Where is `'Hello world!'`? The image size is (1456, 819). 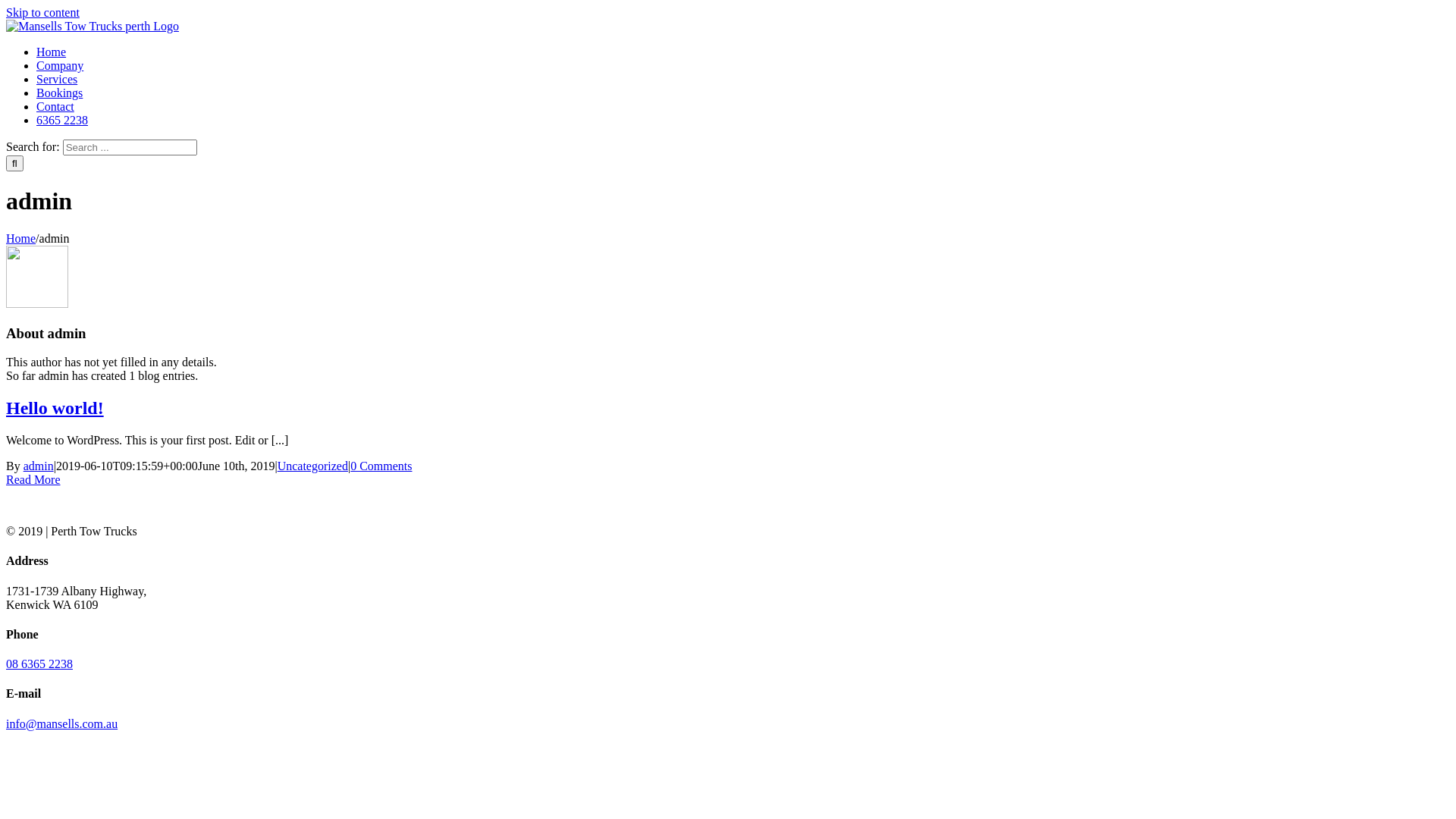
'Hello world!' is located at coordinates (55, 406).